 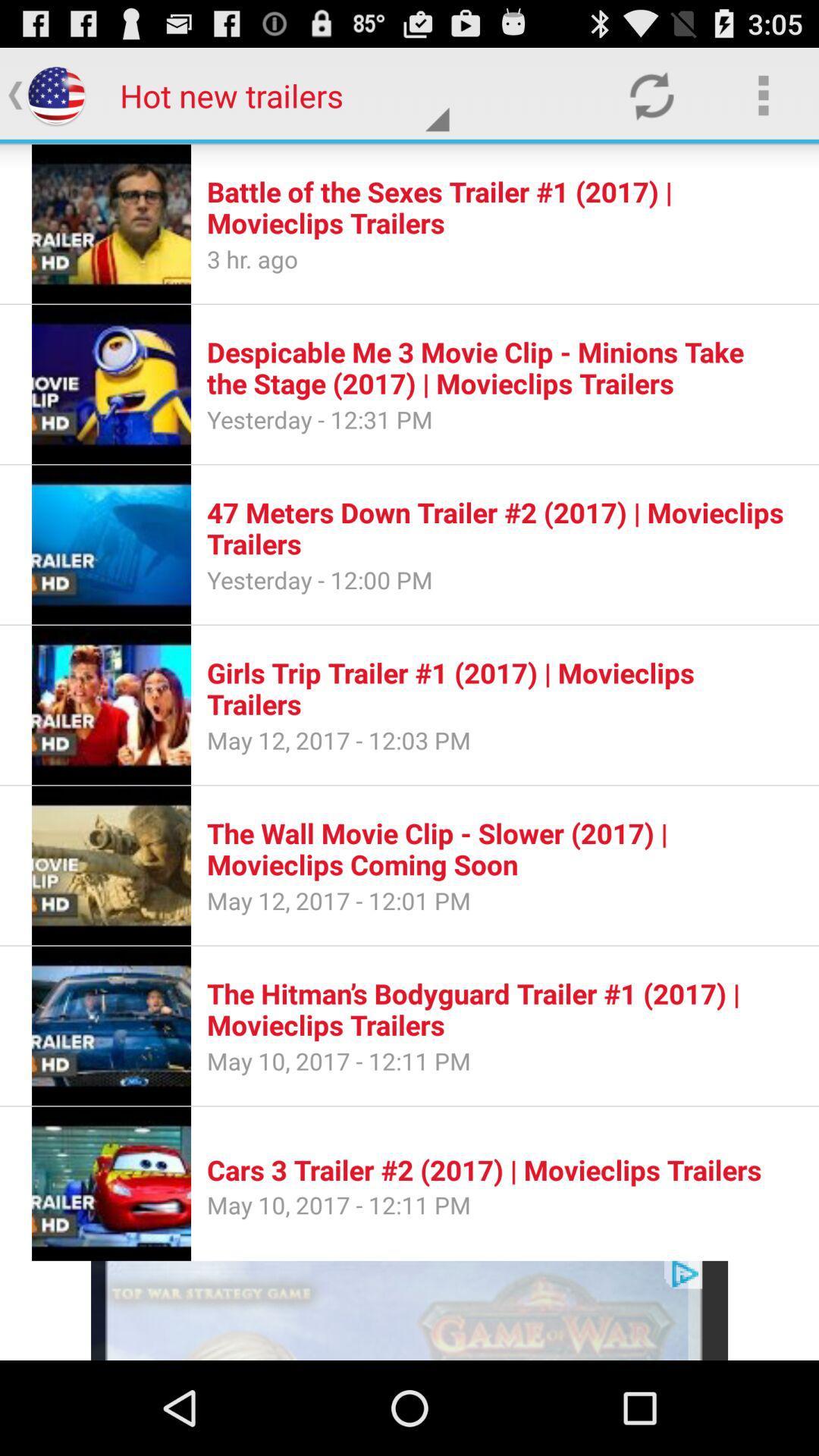 I want to click on advertise an app, so click(x=409, y=1310).